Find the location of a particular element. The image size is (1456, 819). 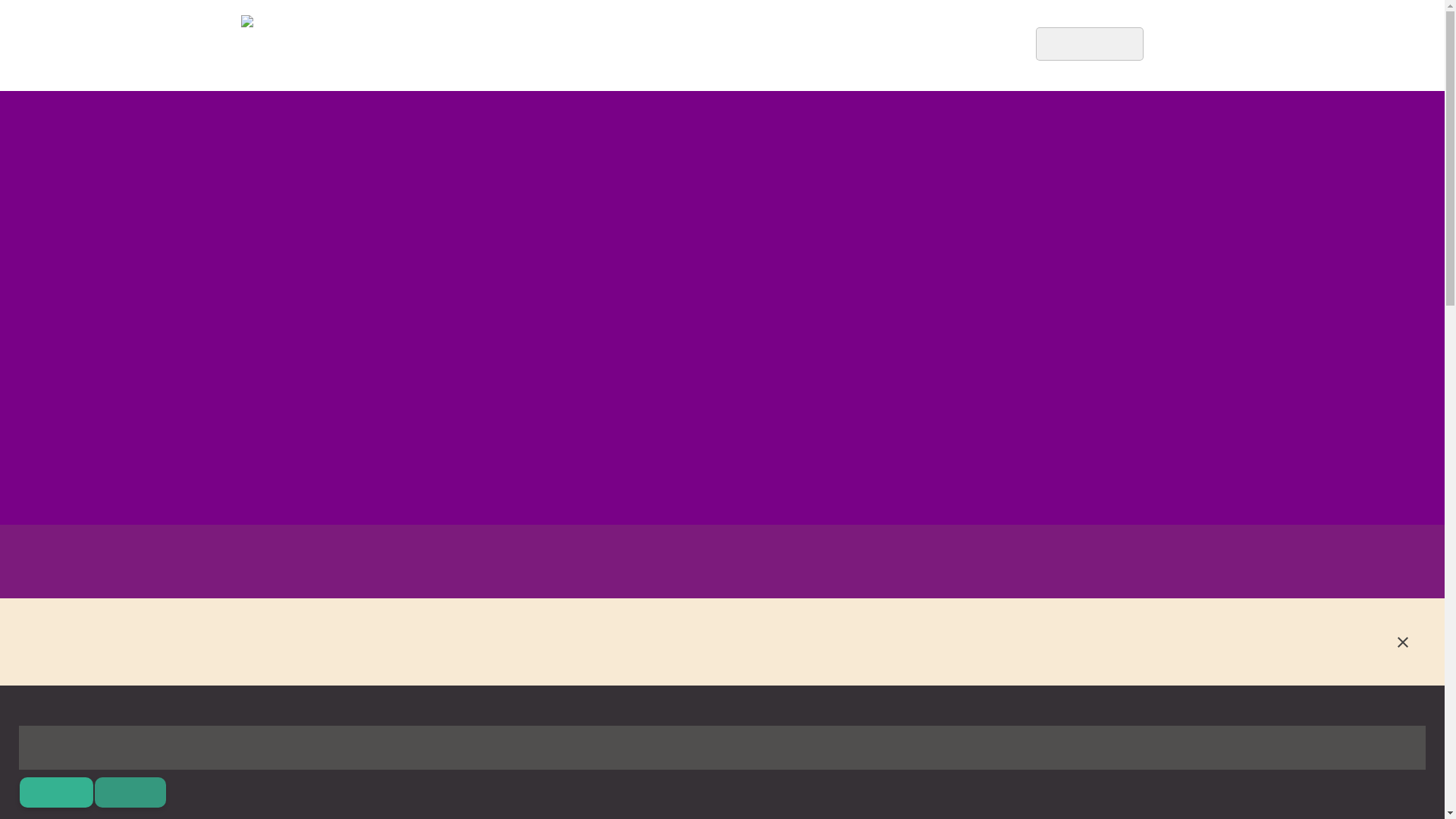

'Things to Know is located at coordinates (714, 45).